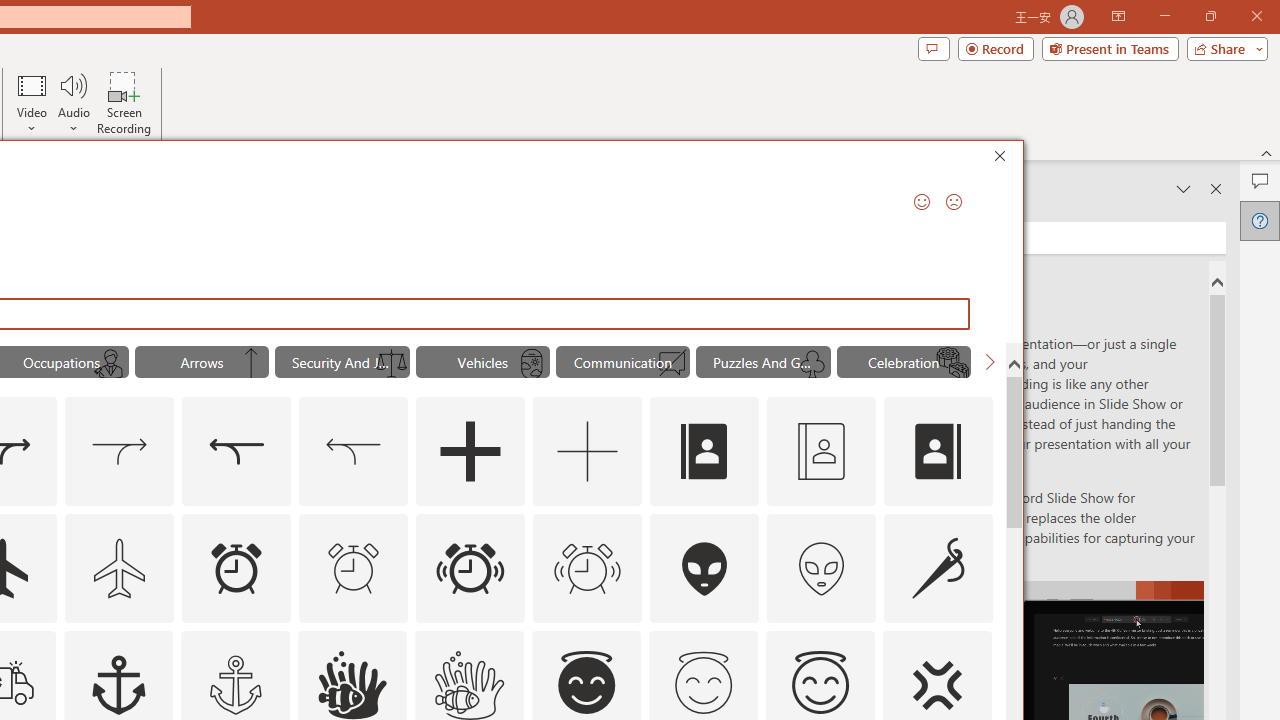  What do you see at coordinates (762, 362) in the screenshot?
I see `'"Puzzles And Games" Icons.'` at bounding box center [762, 362].